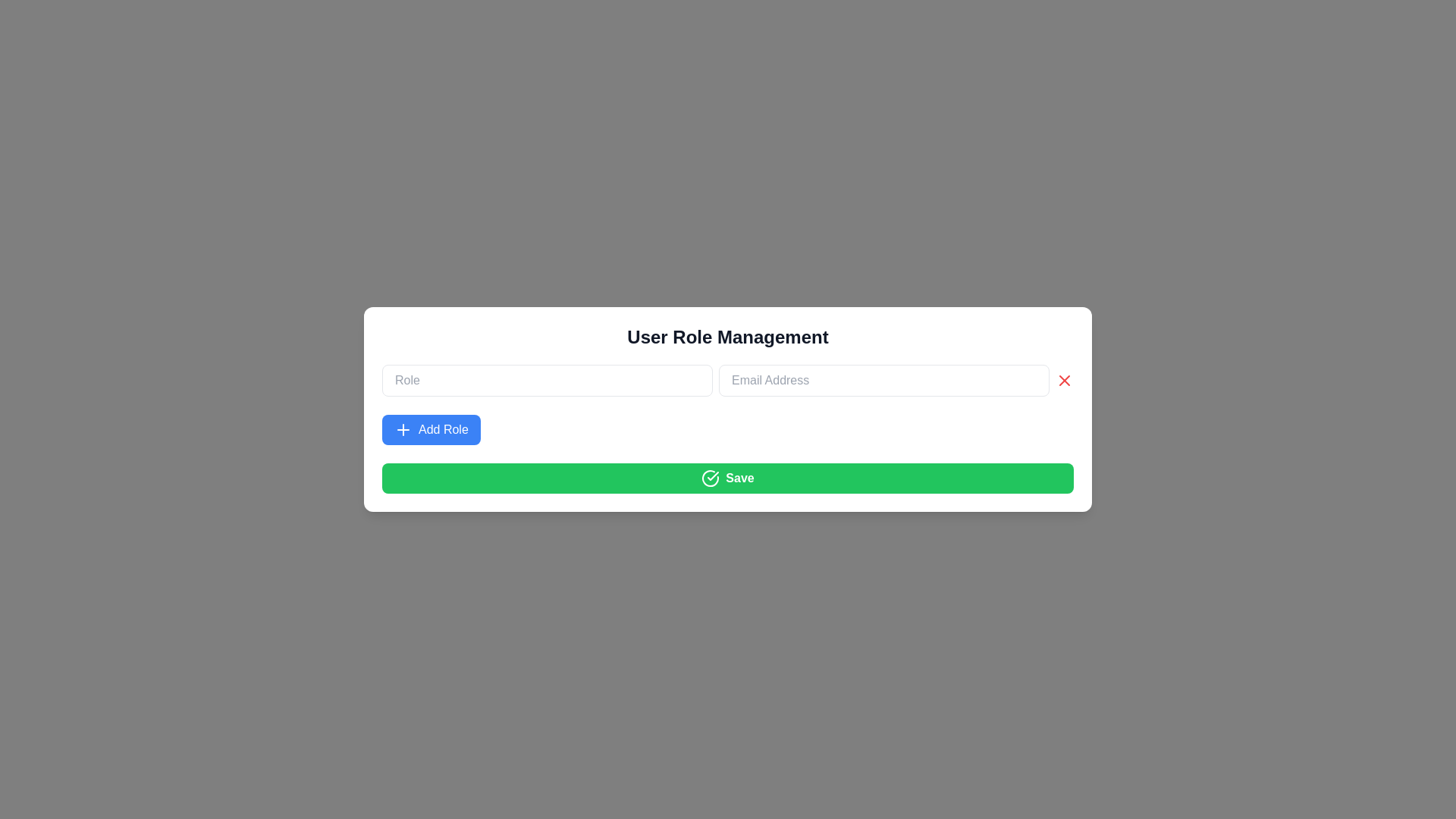 This screenshot has height=819, width=1456. I want to click on the plus icon on the 'Add Role' button, which is white on a blue background and located to the left of the text label, so click(403, 430).